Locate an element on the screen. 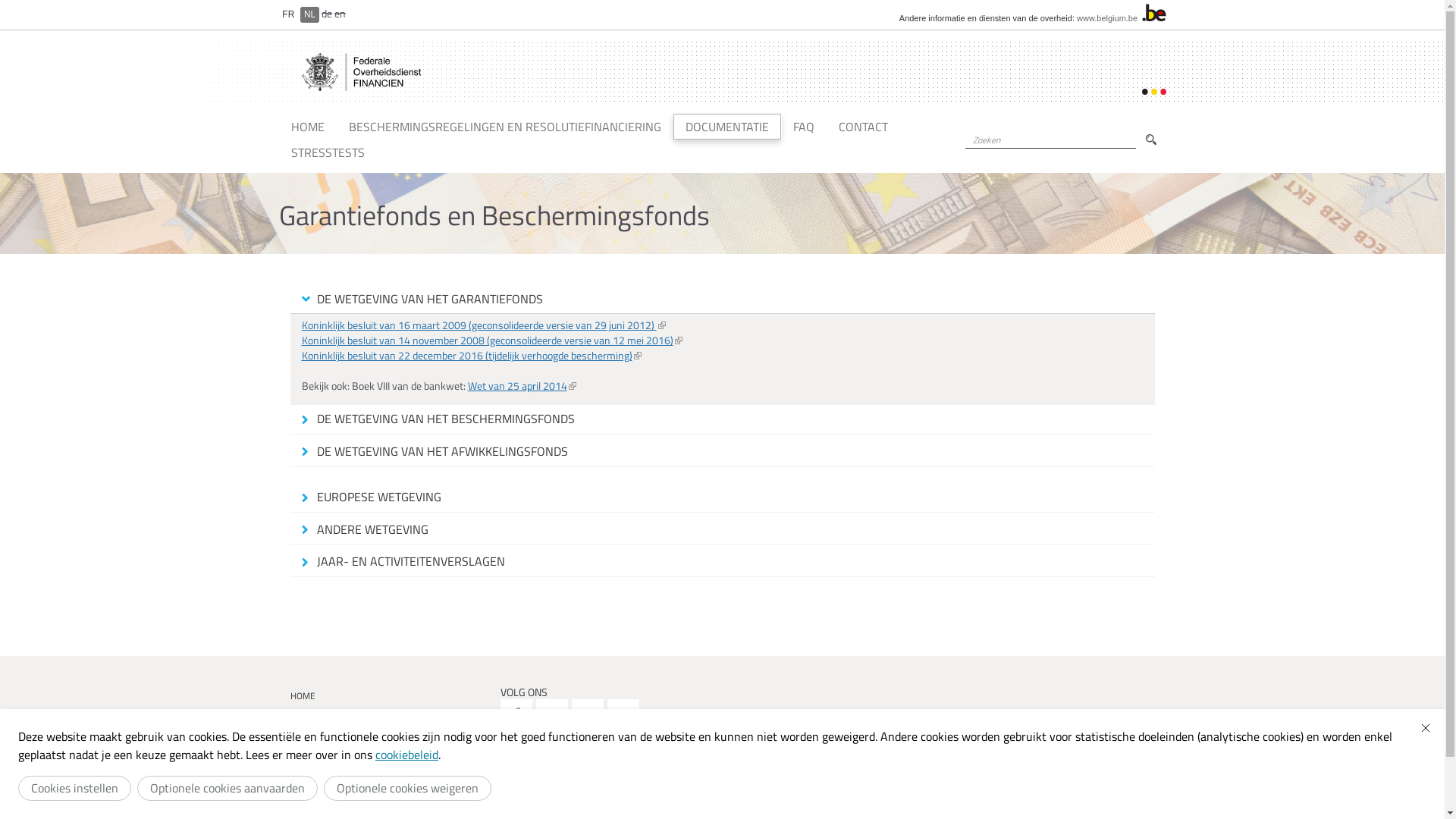 The height and width of the screenshot is (819, 1456). 'BESCHERMINGSREGELINGEN EN RESOLUTIEFINANCIERING' is located at coordinates (505, 125).